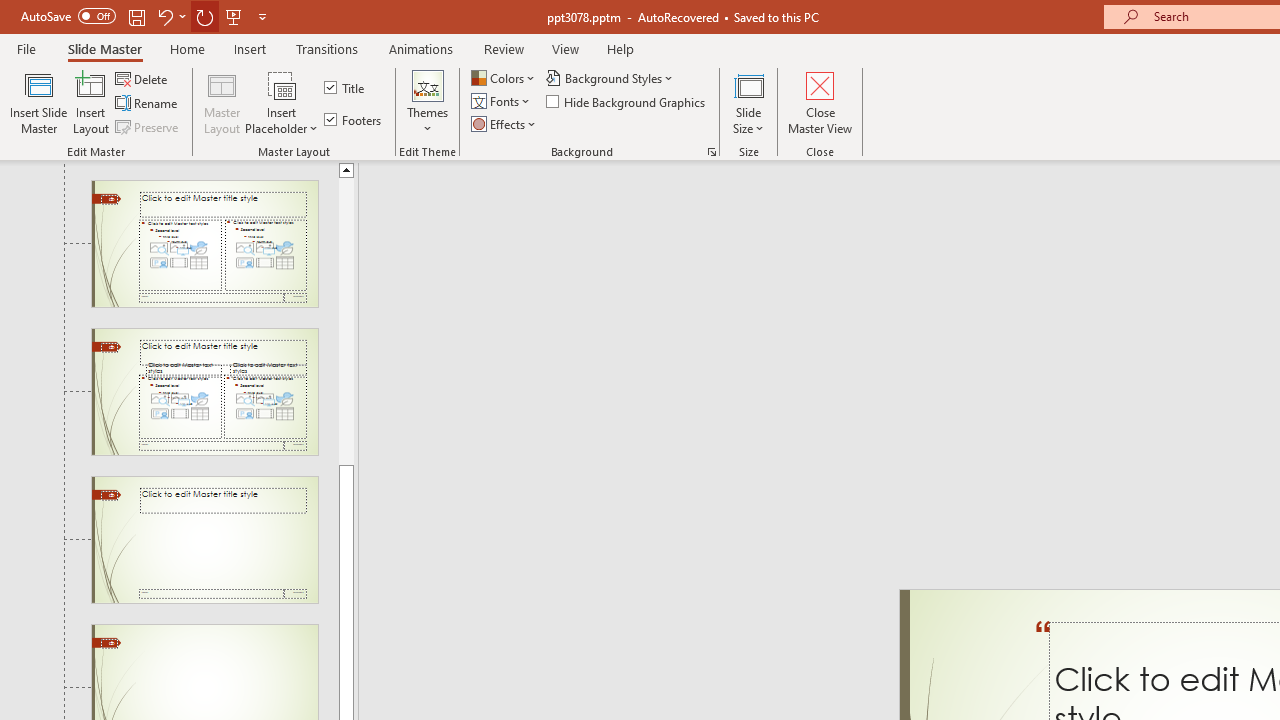 The height and width of the screenshot is (720, 1280). I want to click on 'Preserve', so click(148, 127).